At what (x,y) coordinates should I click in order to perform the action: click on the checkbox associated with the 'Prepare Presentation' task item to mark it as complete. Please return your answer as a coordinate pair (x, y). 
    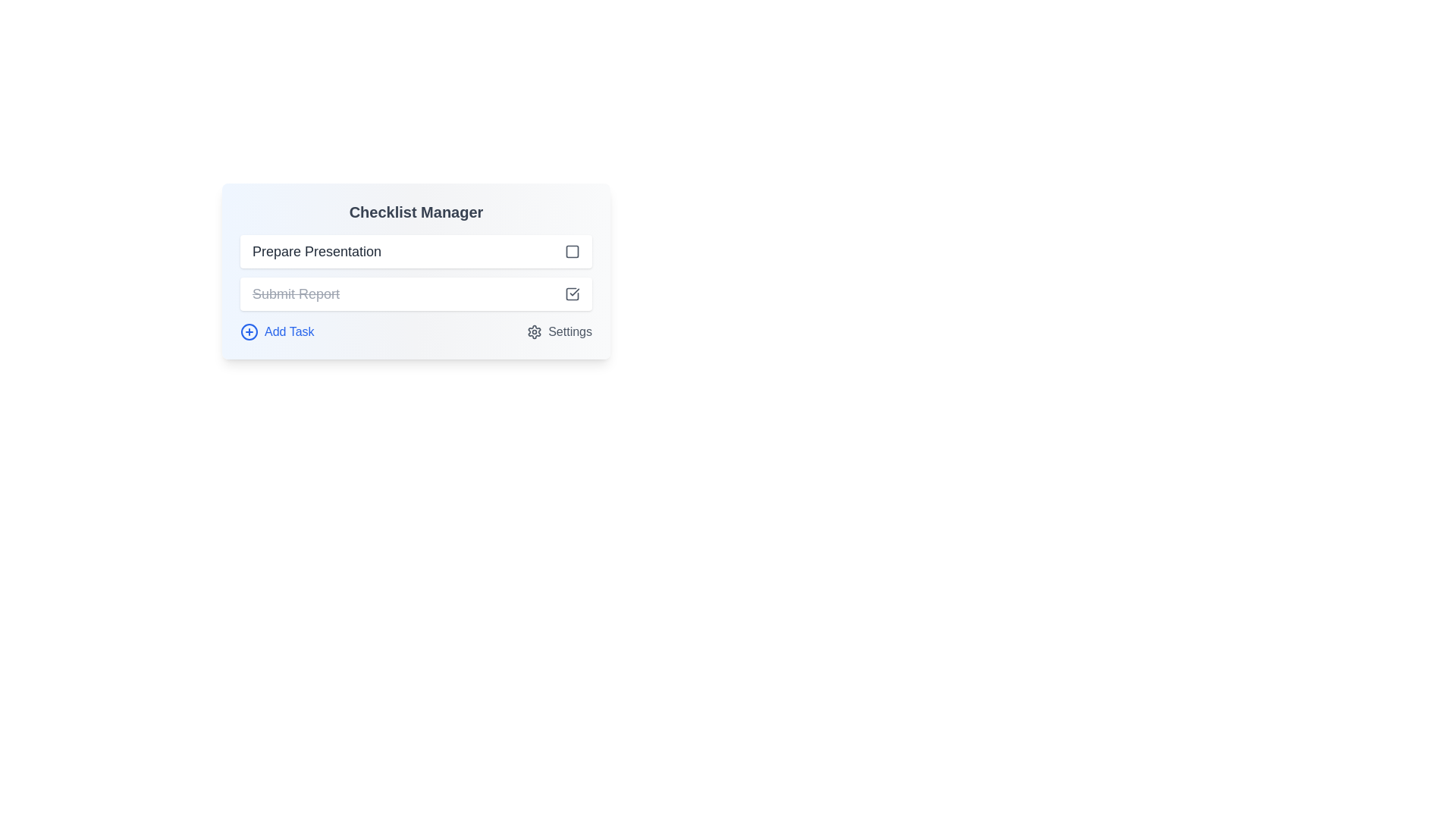
    Looking at the image, I should click on (416, 250).